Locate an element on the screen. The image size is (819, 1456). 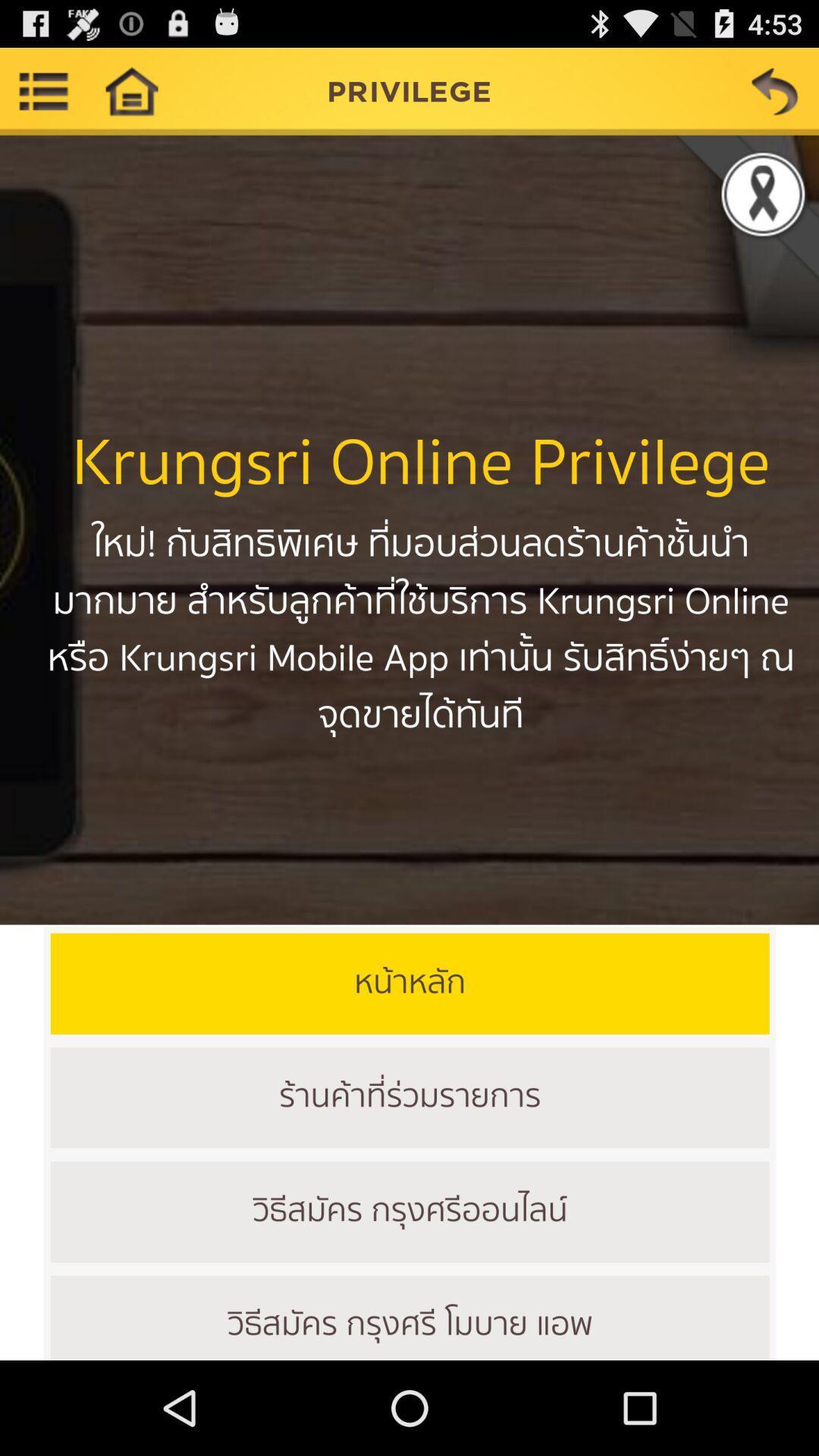
home page is located at coordinates (130, 90).